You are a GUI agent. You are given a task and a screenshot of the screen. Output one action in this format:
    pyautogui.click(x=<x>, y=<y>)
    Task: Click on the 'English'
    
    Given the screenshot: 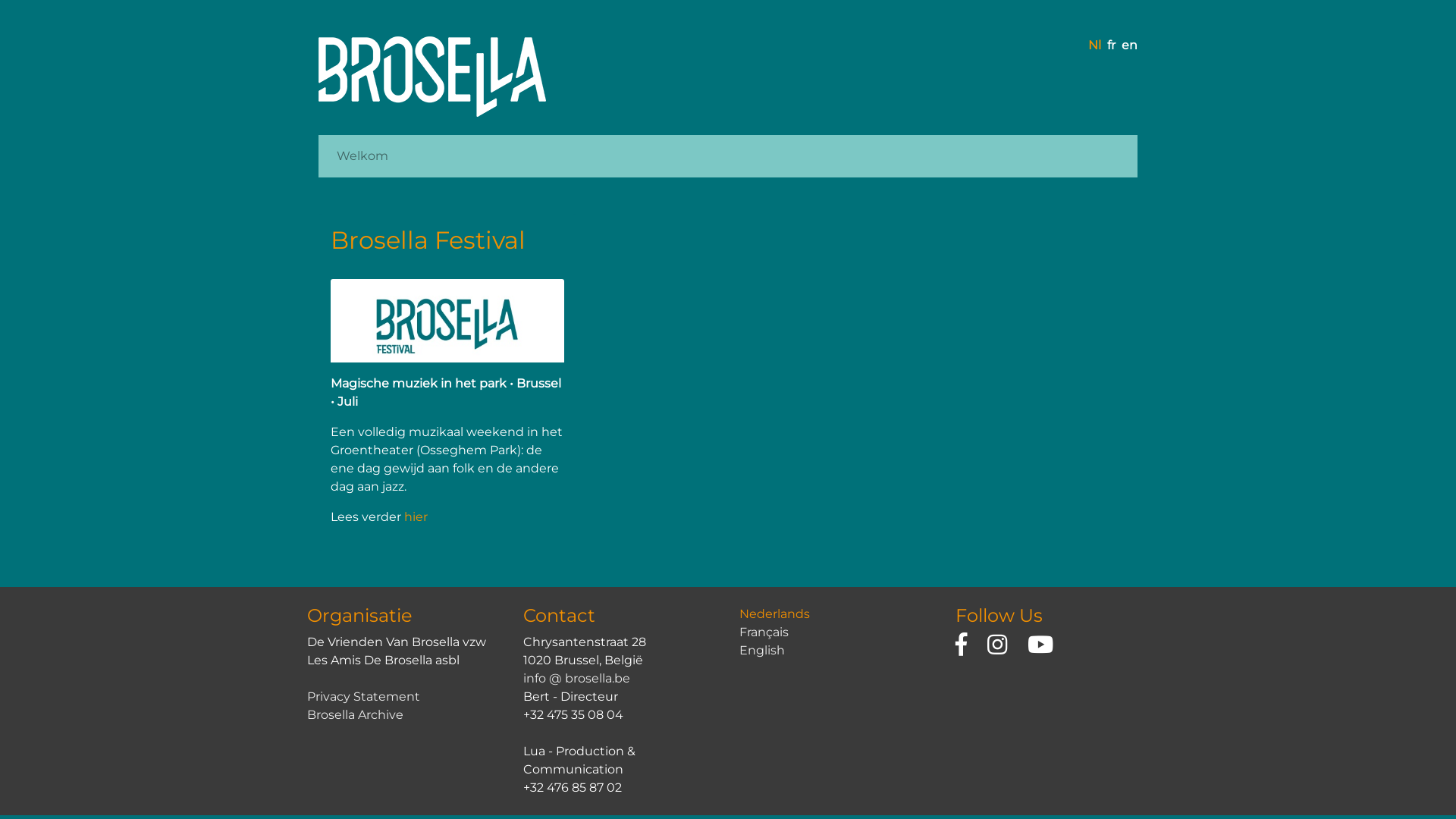 What is the action you would take?
    pyautogui.click(x=739, y=649)
    